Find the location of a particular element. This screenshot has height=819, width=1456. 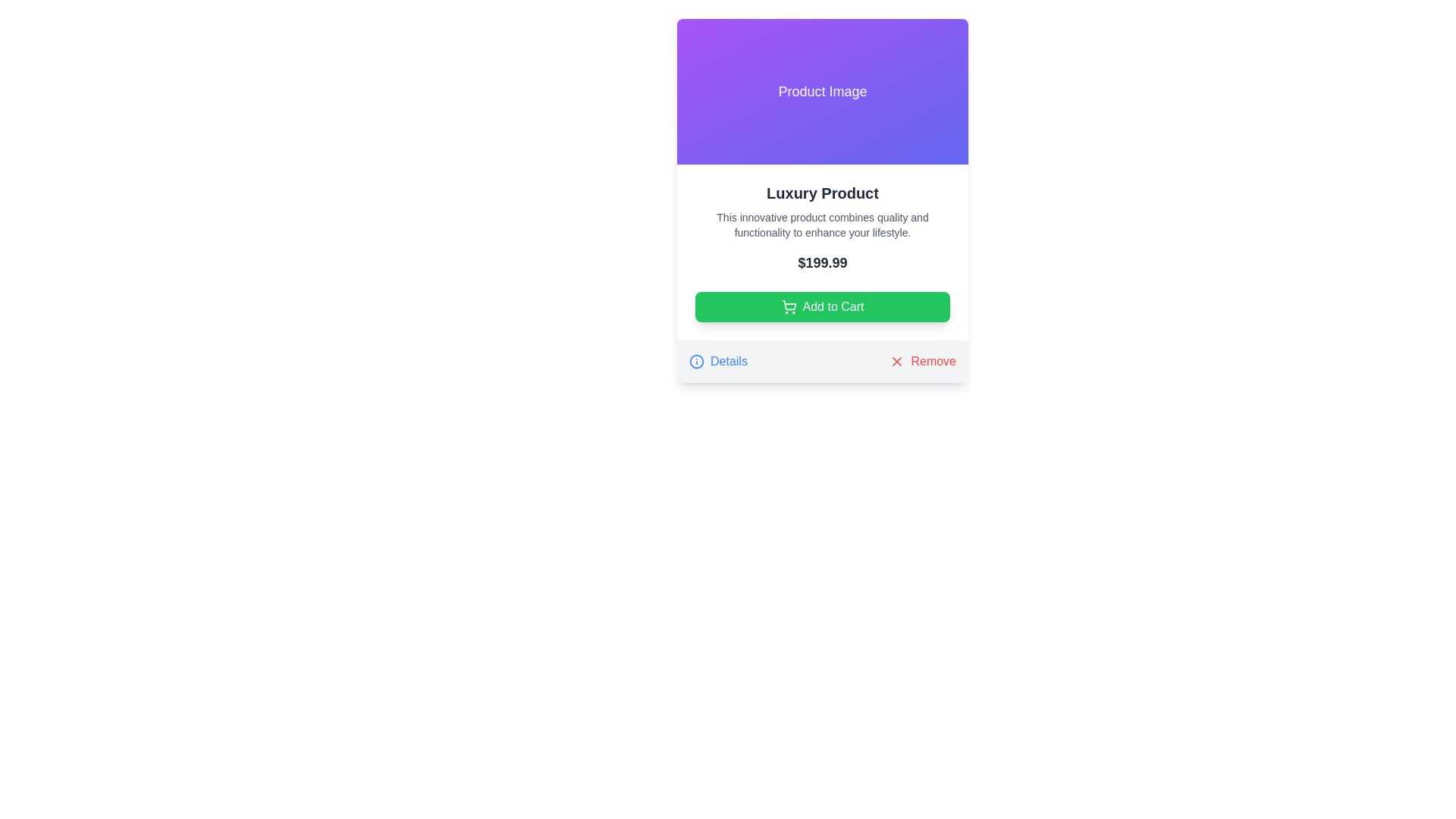

the red 'X' icon located at the bottom right corner of the card component is located at coordinates (897, 362).